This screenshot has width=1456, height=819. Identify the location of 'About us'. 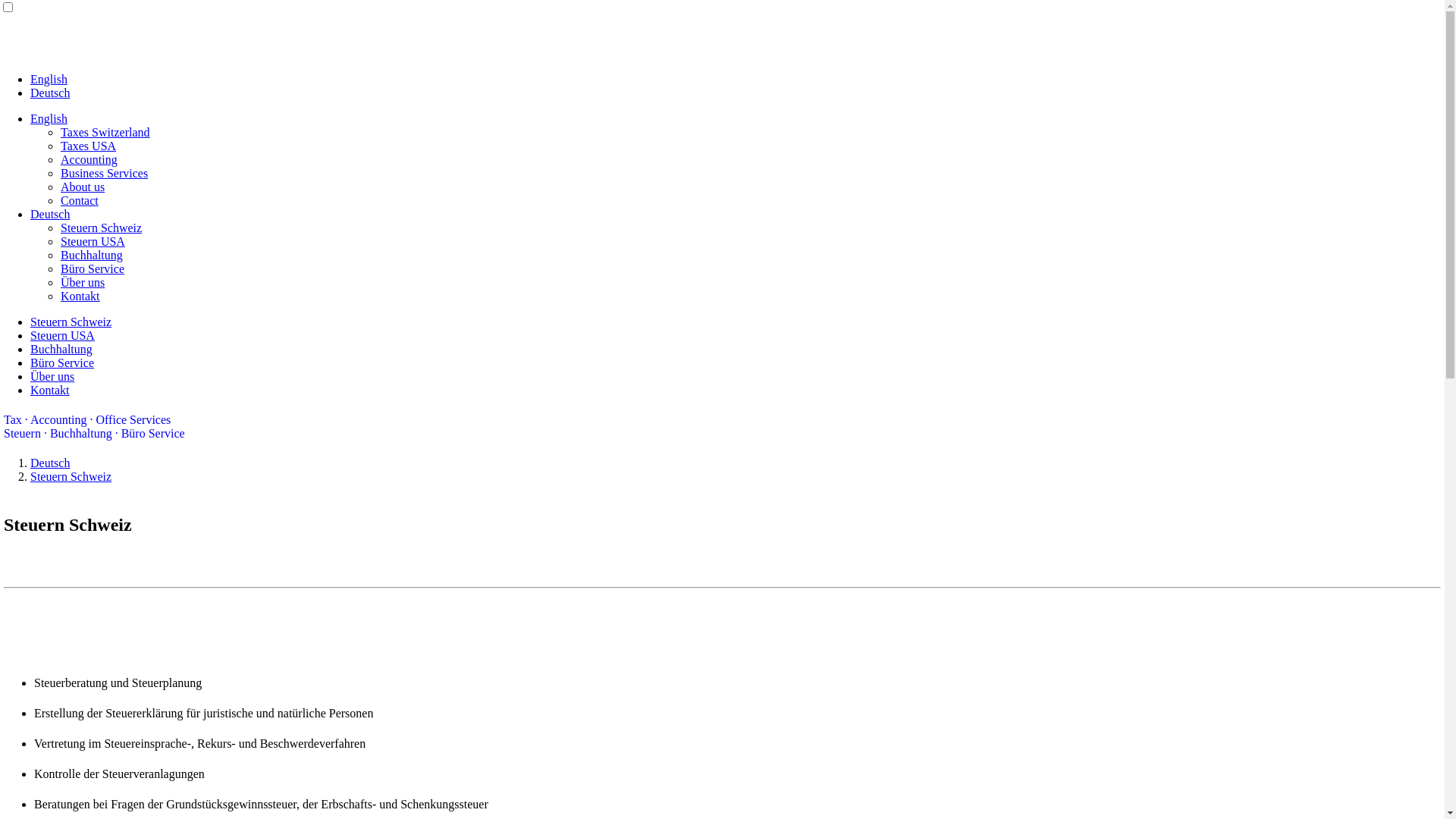
(61, 186).